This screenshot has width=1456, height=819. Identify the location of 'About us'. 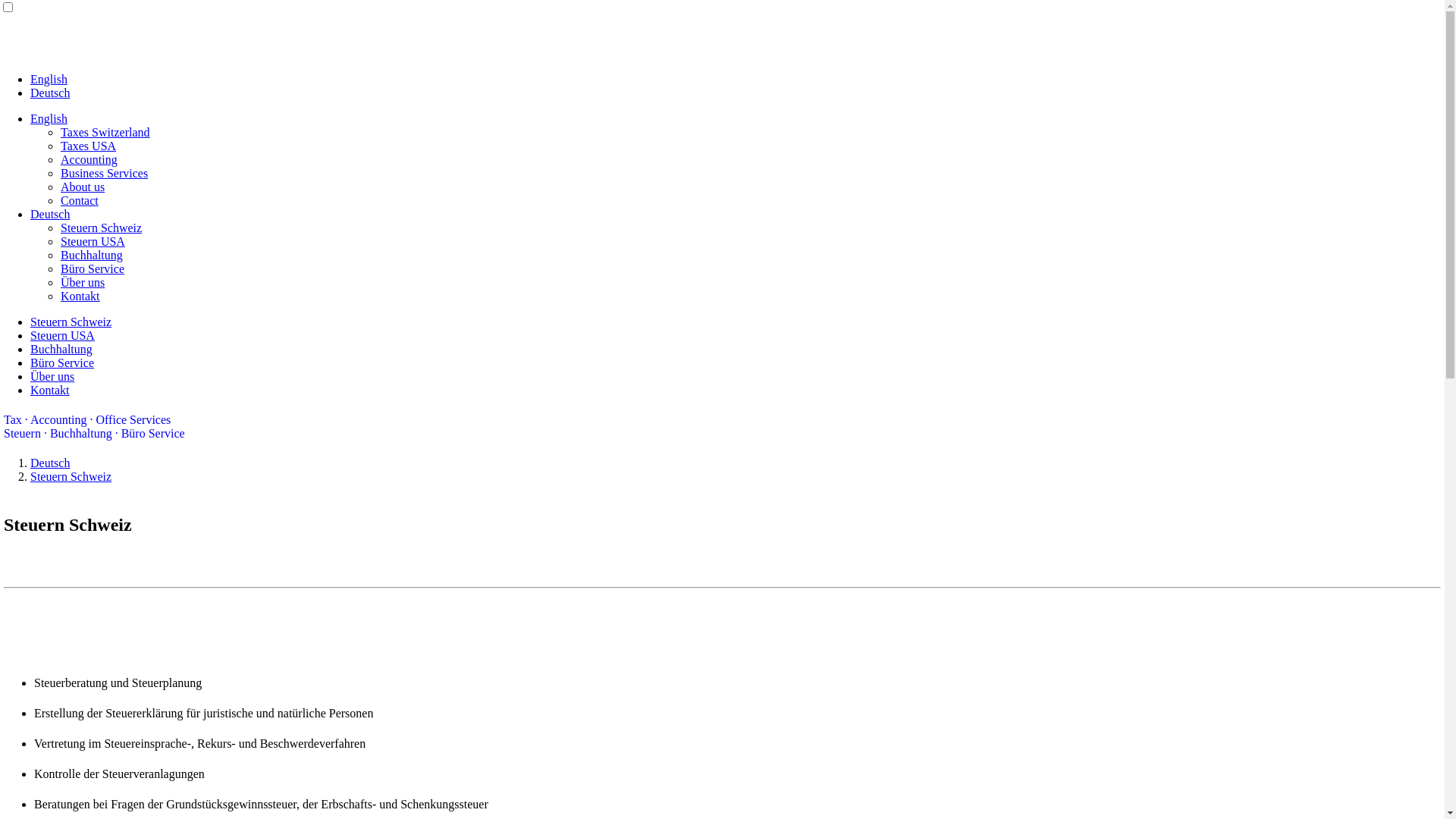
(61, 186).